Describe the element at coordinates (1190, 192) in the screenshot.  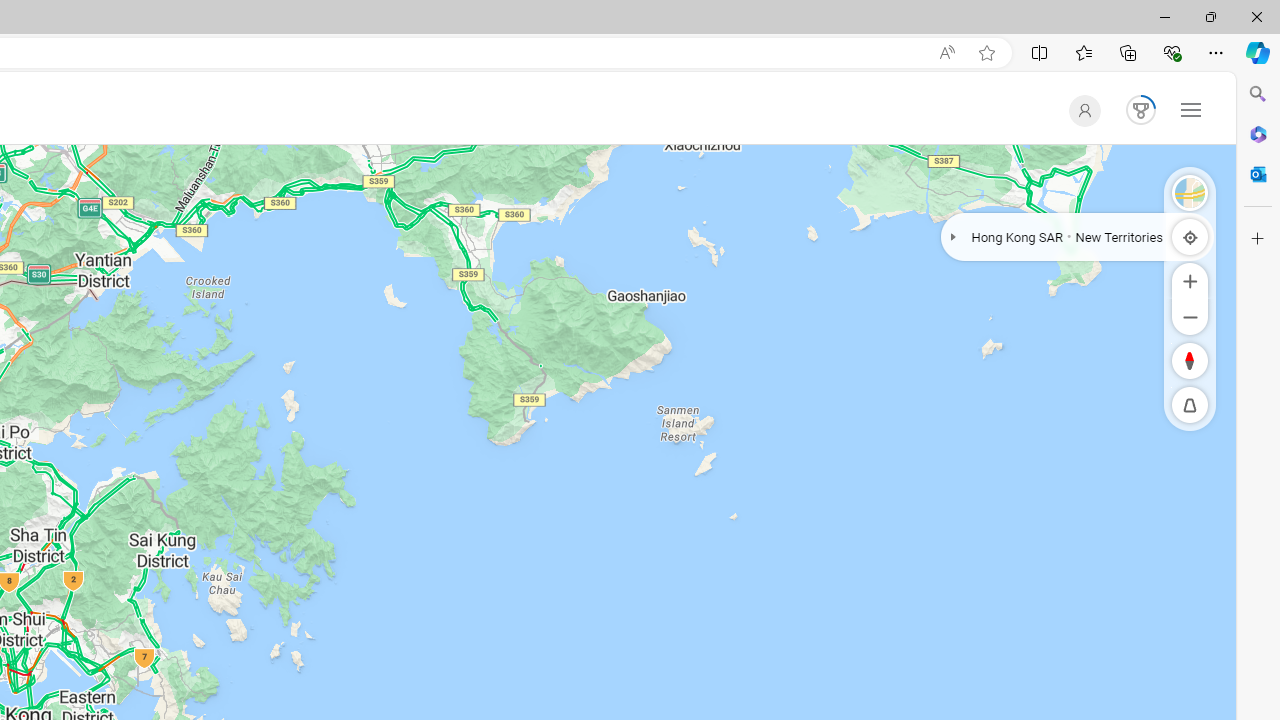
I see `'Road'` at that location.